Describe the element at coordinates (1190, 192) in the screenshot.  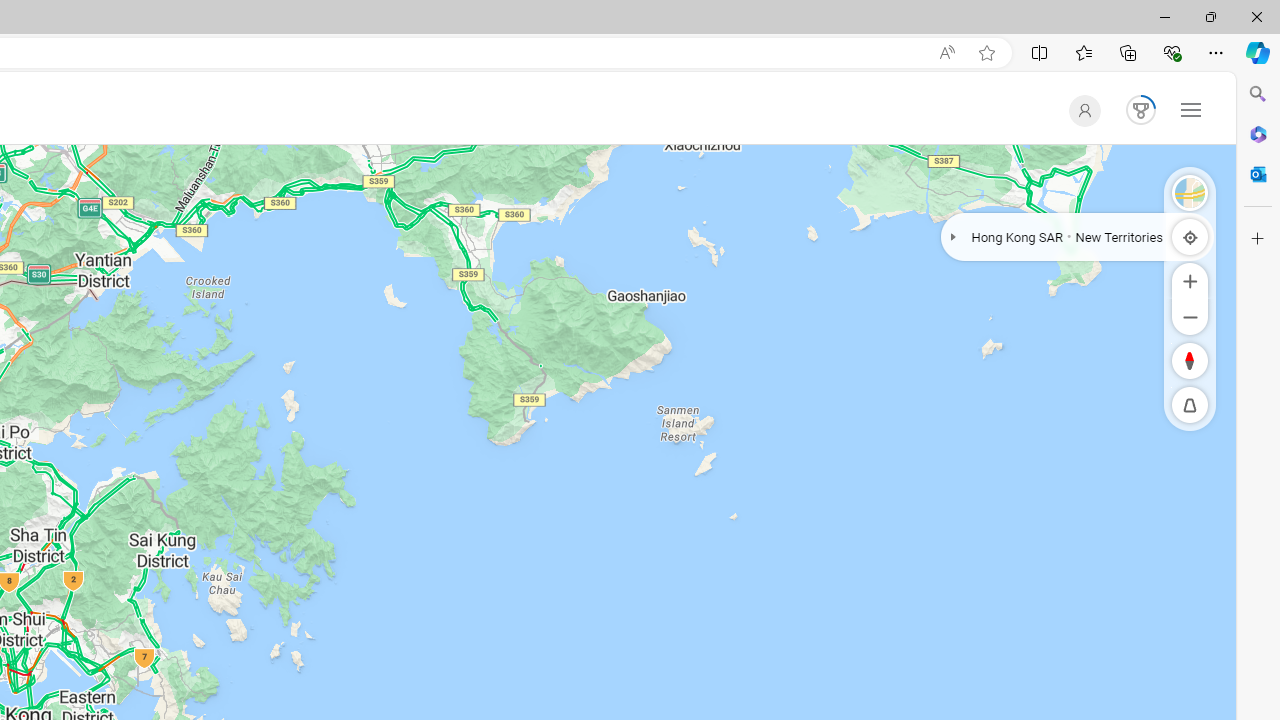
I see `'Road'` at that location.